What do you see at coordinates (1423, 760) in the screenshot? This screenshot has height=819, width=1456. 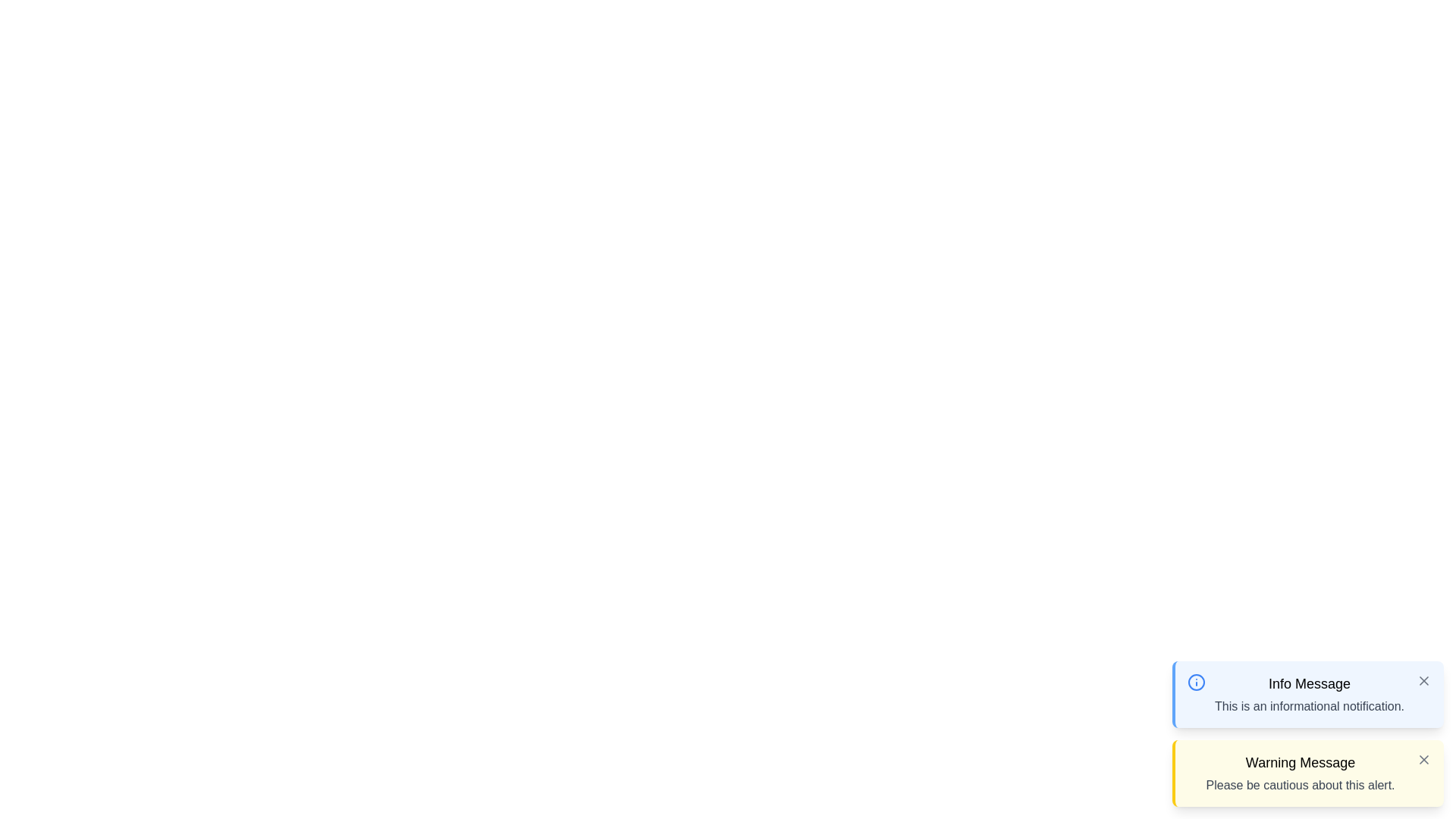 I see `the close button located in the top-right corner of the 'Warning Message' alert` at bounding box center [1423, 760].